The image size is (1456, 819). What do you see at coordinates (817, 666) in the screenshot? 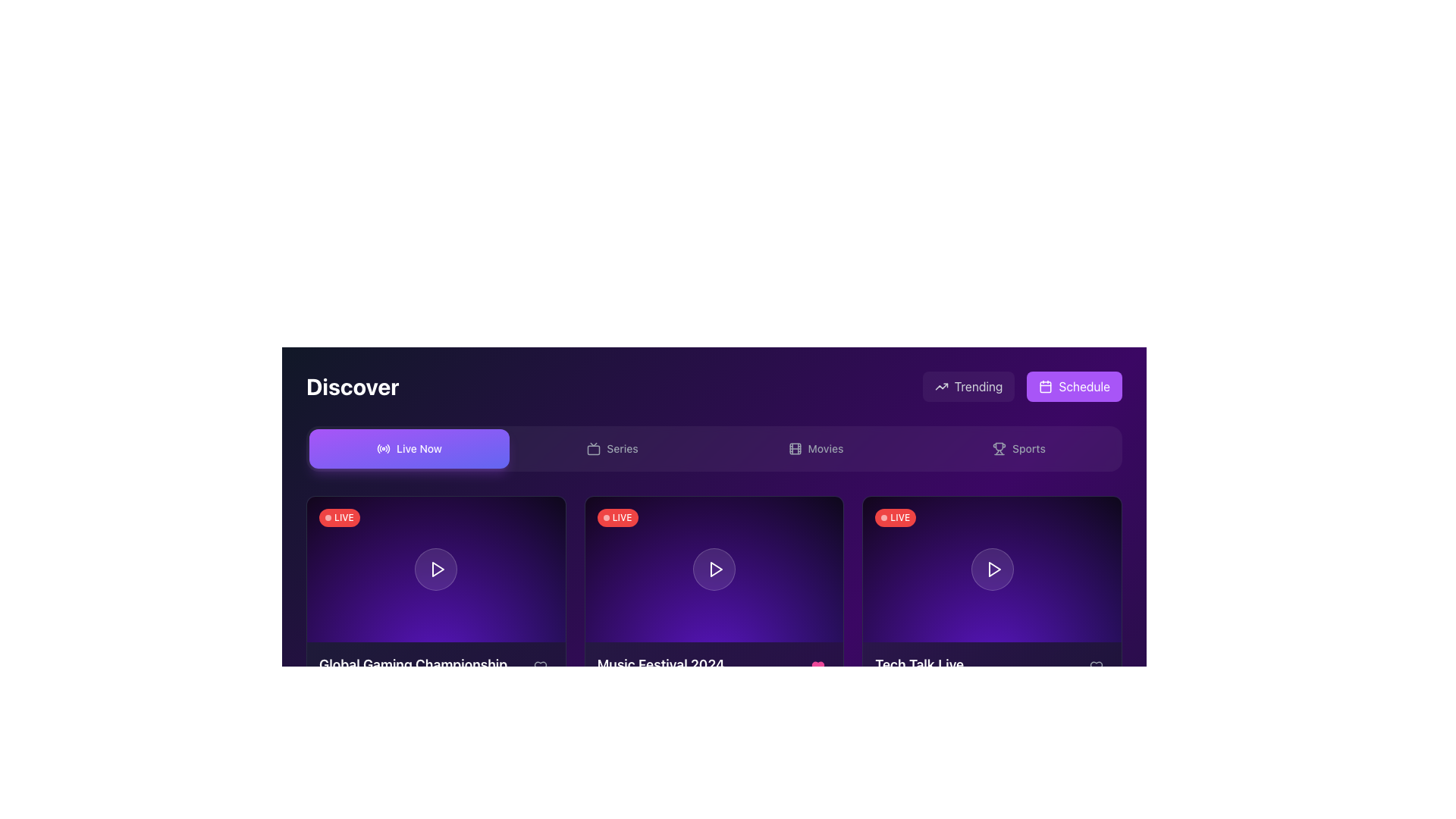
I see `the pink heart-shaped icon button representing 'like' or 'favorite'` at bounding box center [817, 666].